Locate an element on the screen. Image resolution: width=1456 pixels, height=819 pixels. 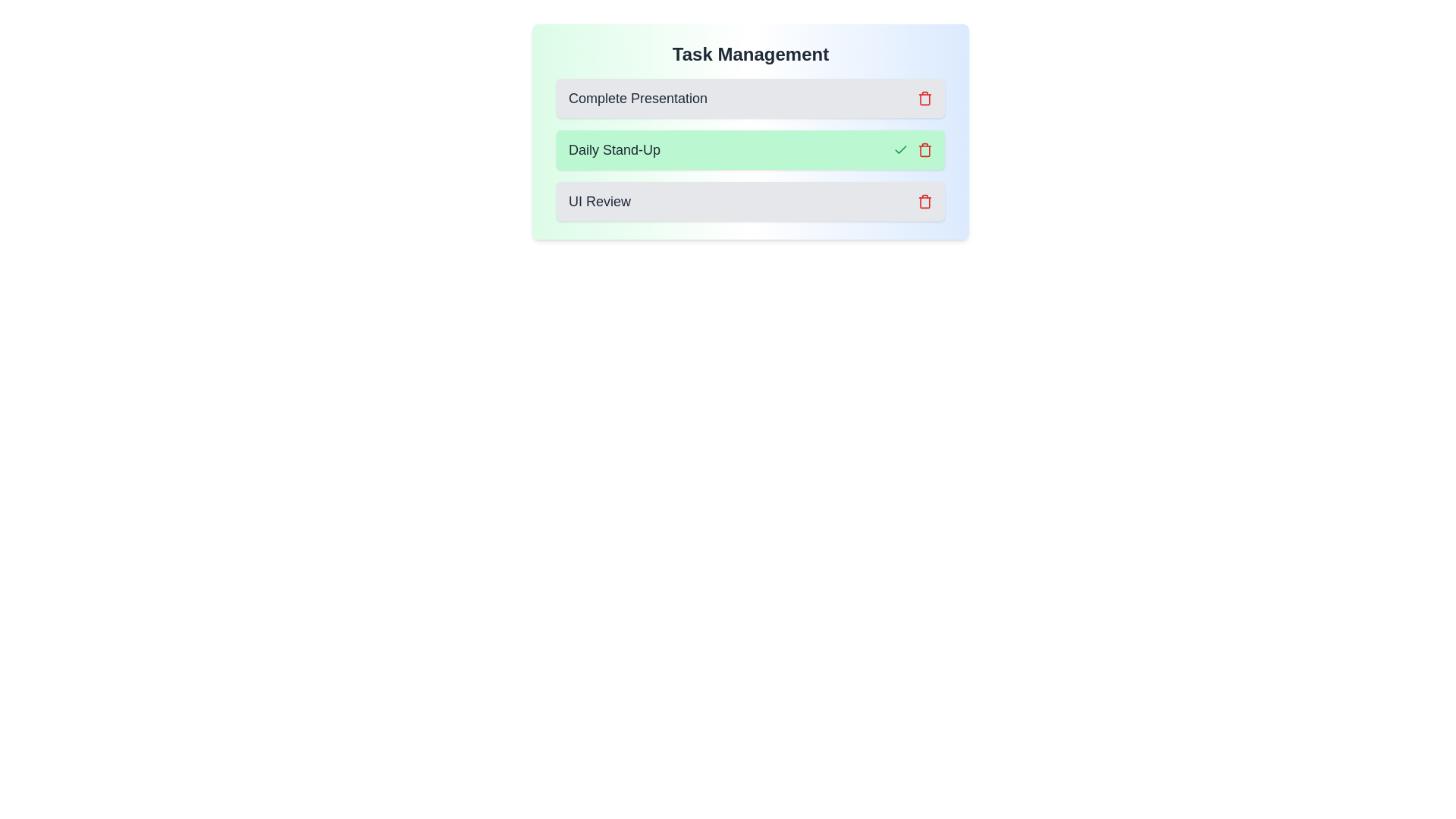
the icon associated with the task Daily Stand-Up is located at coordinates (924, 149).